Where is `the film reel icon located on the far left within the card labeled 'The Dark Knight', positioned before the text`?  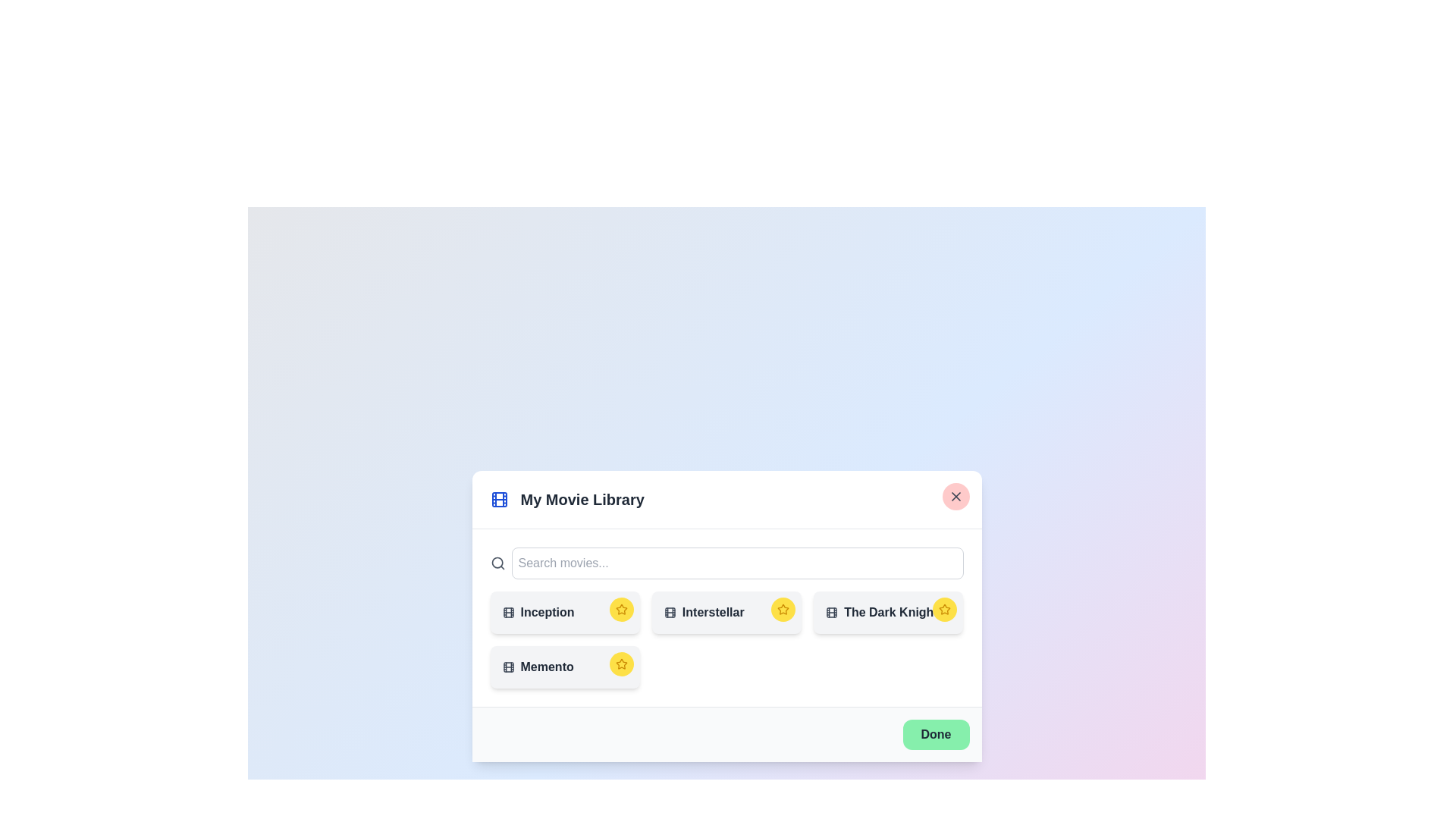 the film reel icon located on the far left within the card labeled 'The Dark Knight', positioned before the text is located at coordinates (831, 611).